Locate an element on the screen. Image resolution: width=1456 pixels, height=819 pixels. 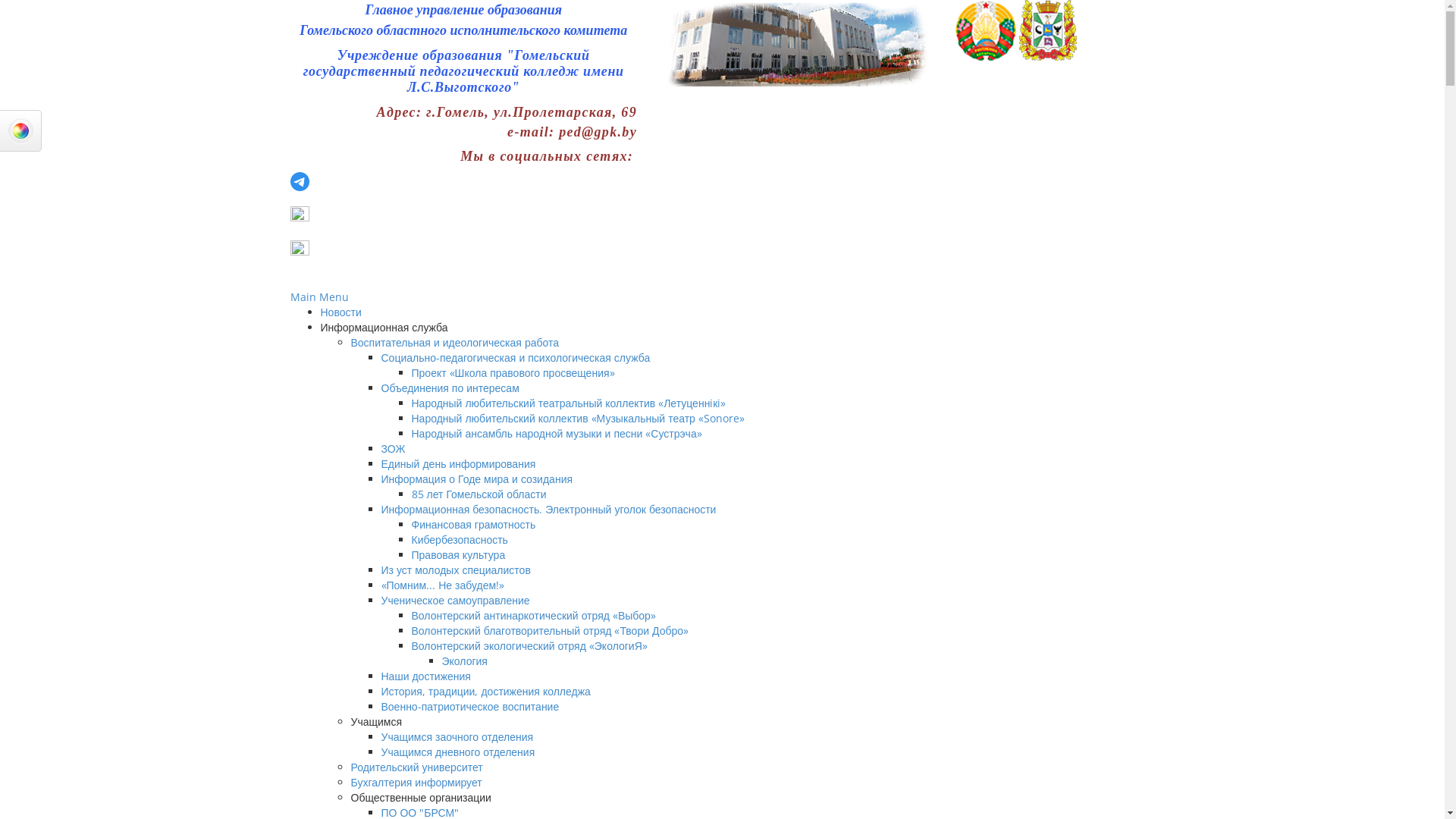
'Main Menu' is located at coordinates (290, 297).